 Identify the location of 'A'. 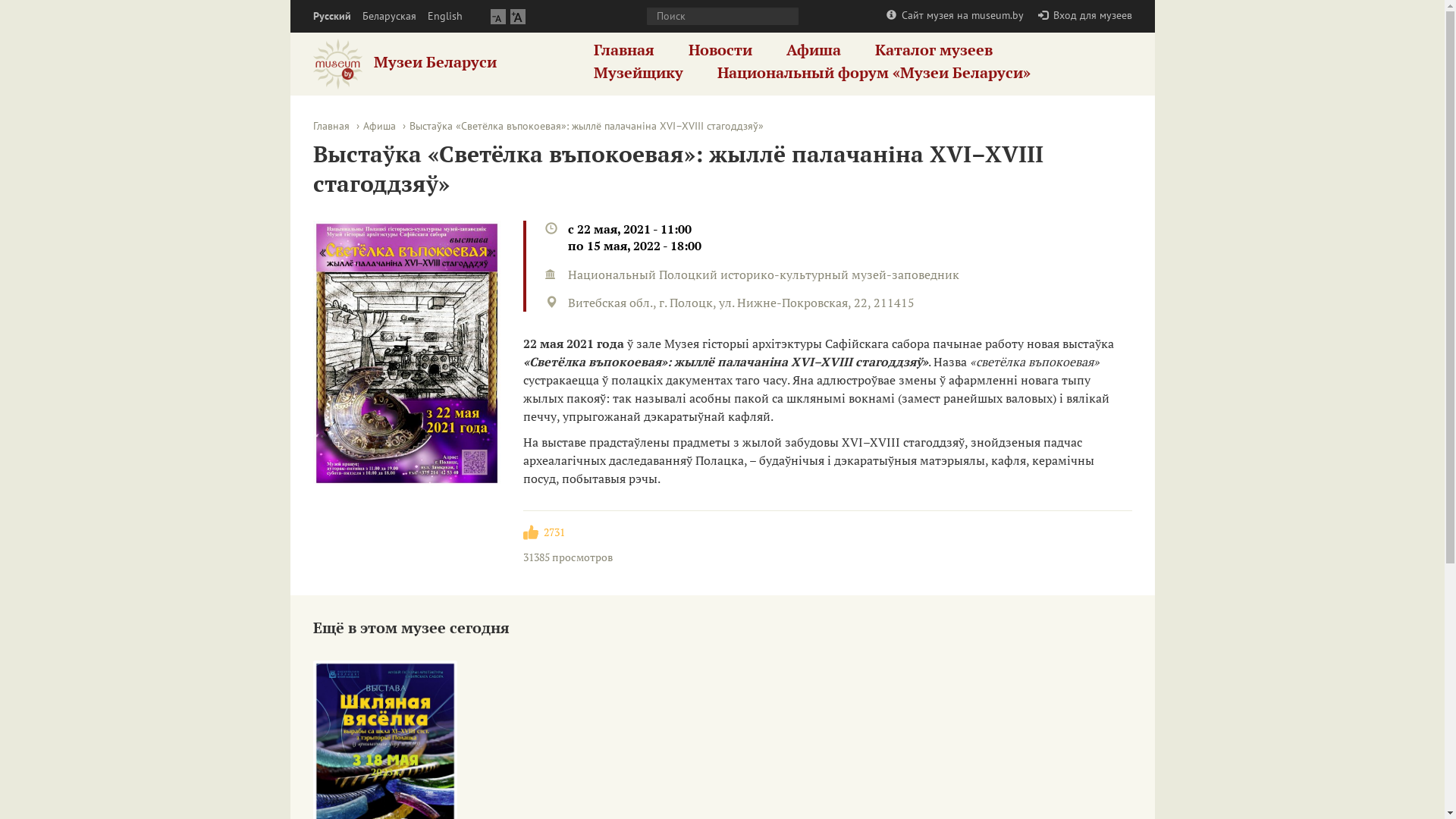
(516, 16).